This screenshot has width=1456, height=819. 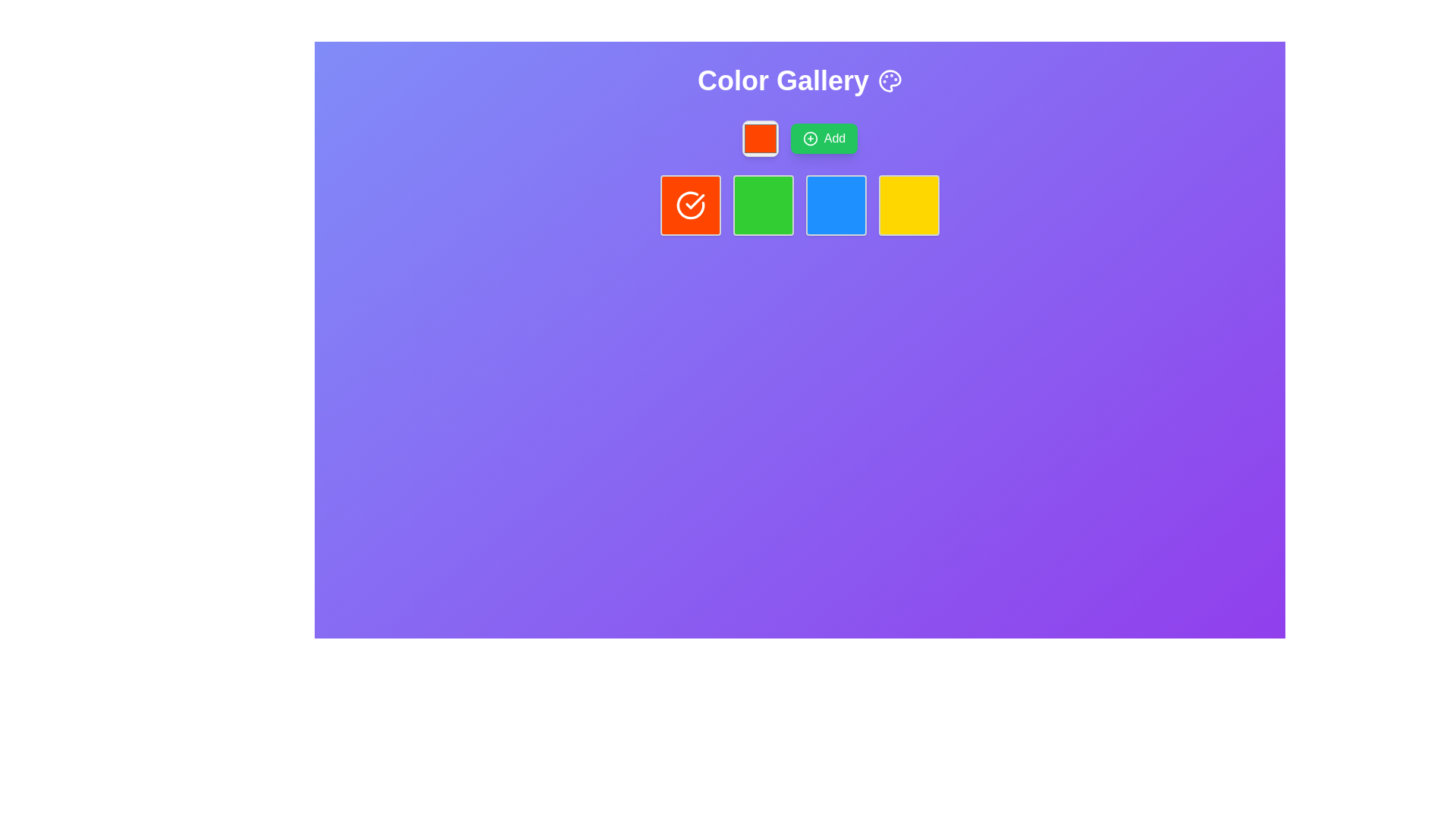 I want to click on the white circular checkmark icon embedded in a red rounded square, so click(x=690, y=205).